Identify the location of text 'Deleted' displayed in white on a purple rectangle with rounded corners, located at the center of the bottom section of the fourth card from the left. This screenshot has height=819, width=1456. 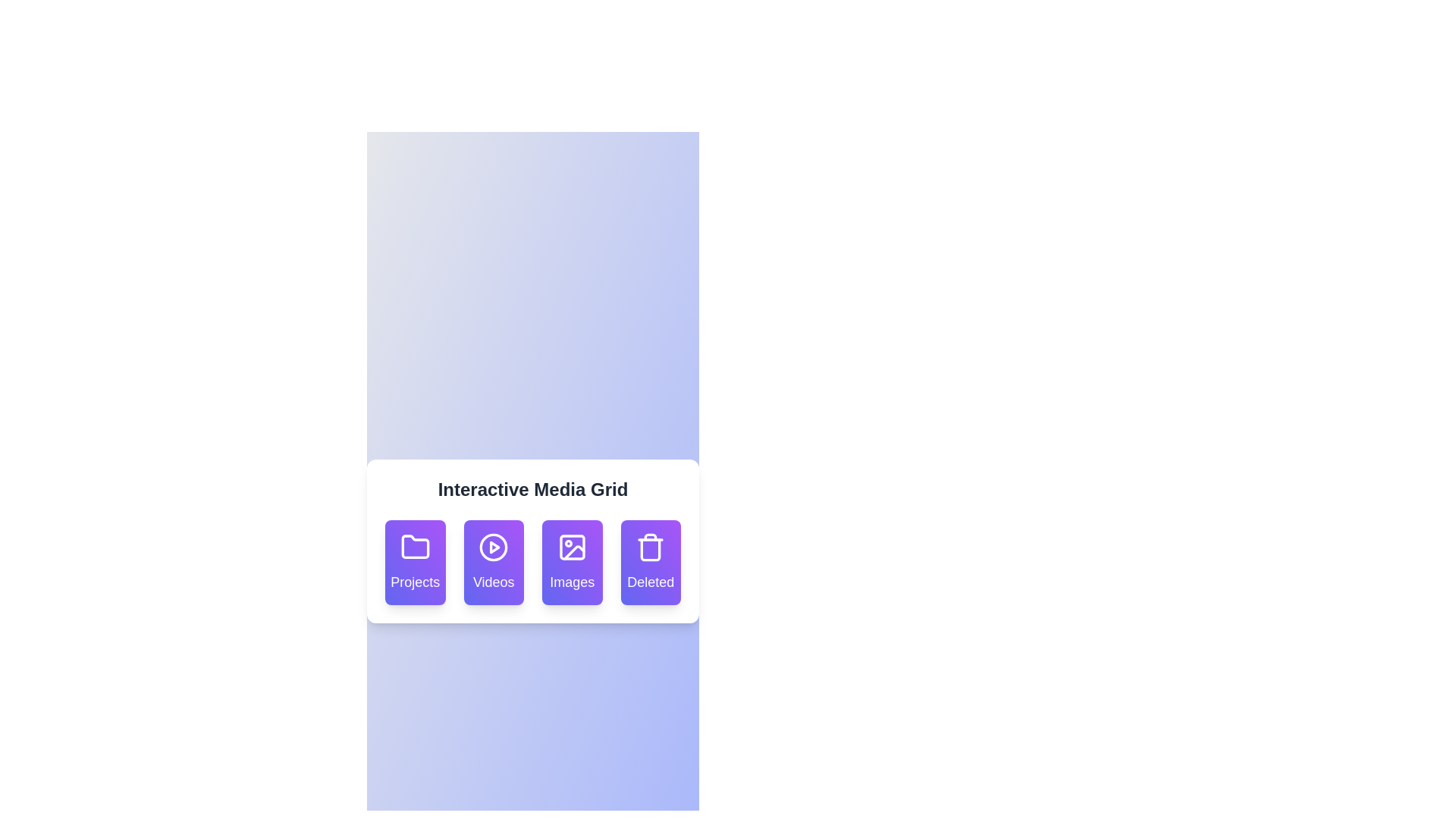
(651, 581).